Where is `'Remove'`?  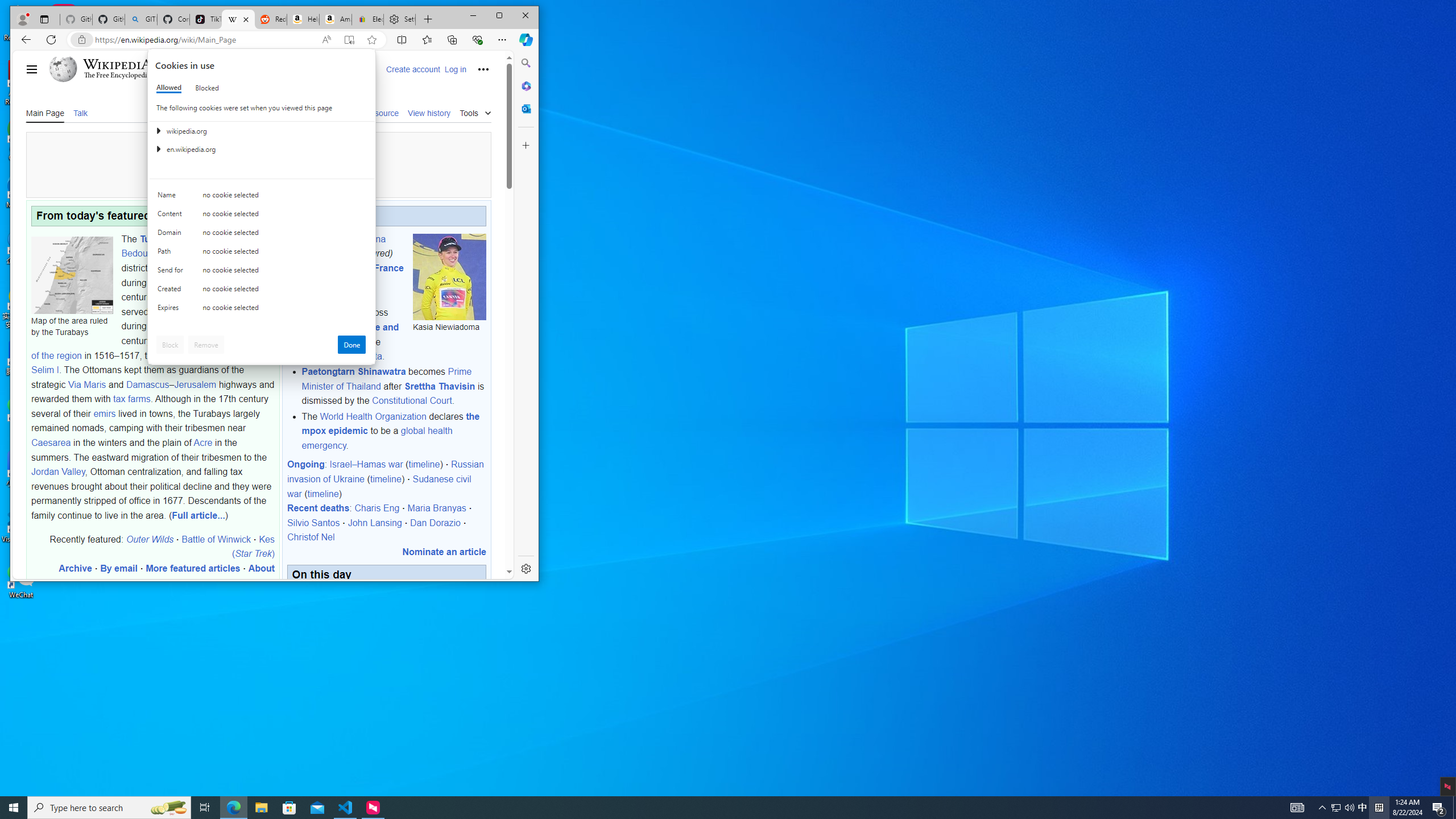
'Remove' is located at coordinates (206, 344).